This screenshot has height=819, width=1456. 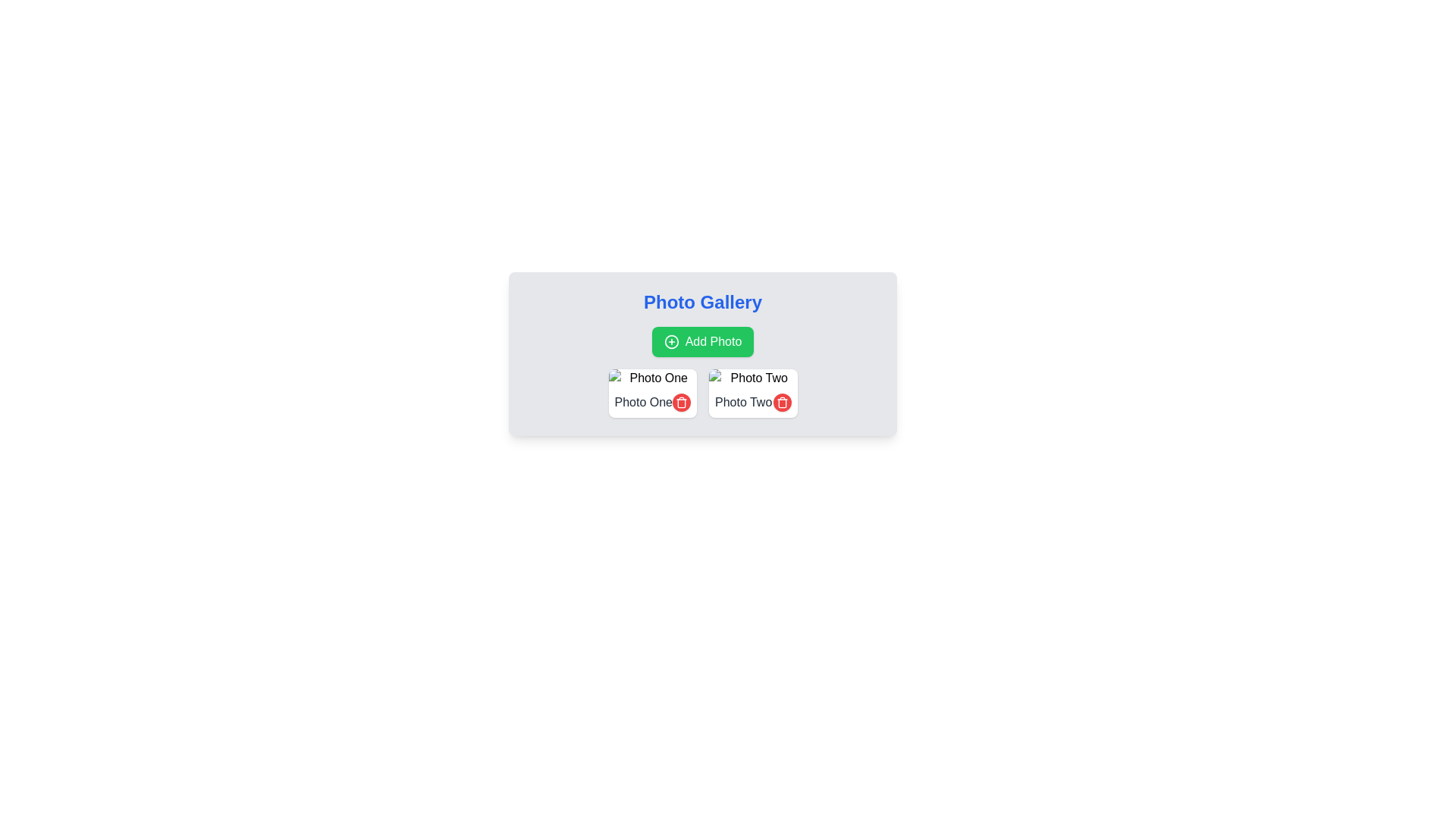 What do you see at coordinates (670, 342) in the screenshot?
I see `the 'Add Photo' button which contains a white SVG icon of a plus sign within a circle, located centrally below the 'Photo Gallery' heading` at bounding box center [670, 342].